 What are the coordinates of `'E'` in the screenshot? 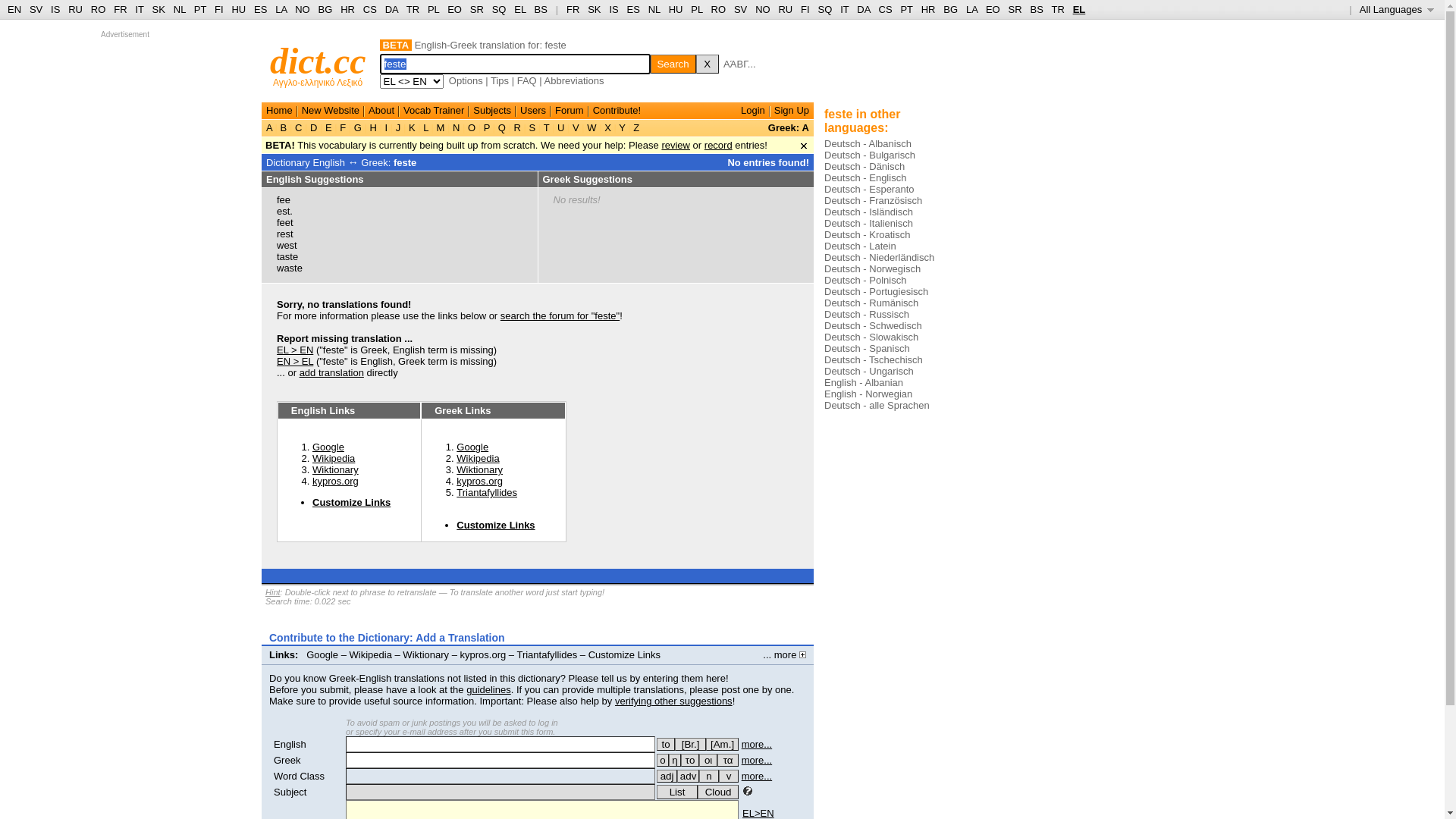 It's located at (327, 127).